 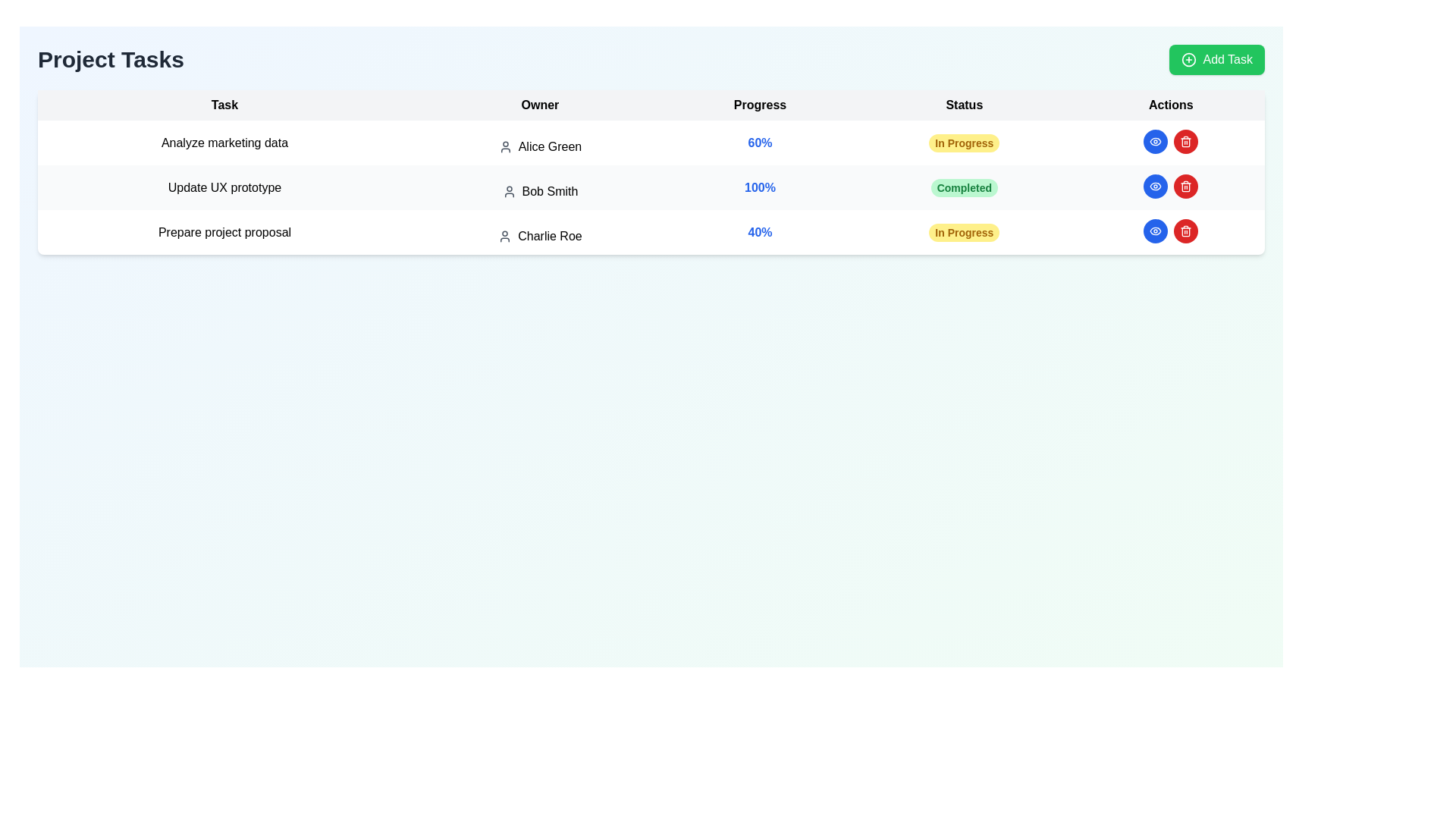 What do you see at coordinates (651, 187) in the screenshot?
I see `on the second row of the 'Project Tasks' table` at bounding box center [651, 187].